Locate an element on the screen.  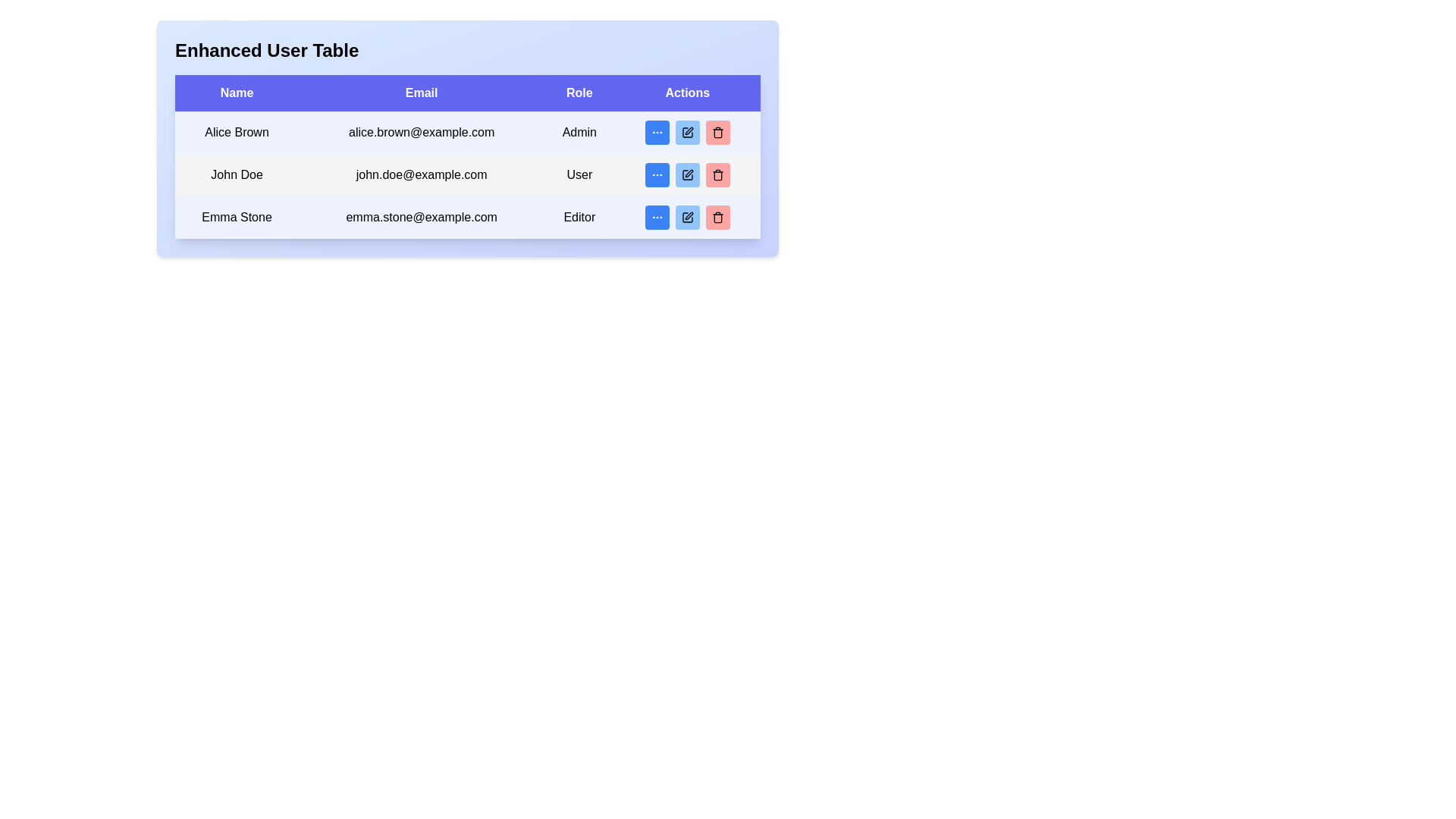
the edit button for the user 'Emma Stone' is located at coordinates (686, 217).